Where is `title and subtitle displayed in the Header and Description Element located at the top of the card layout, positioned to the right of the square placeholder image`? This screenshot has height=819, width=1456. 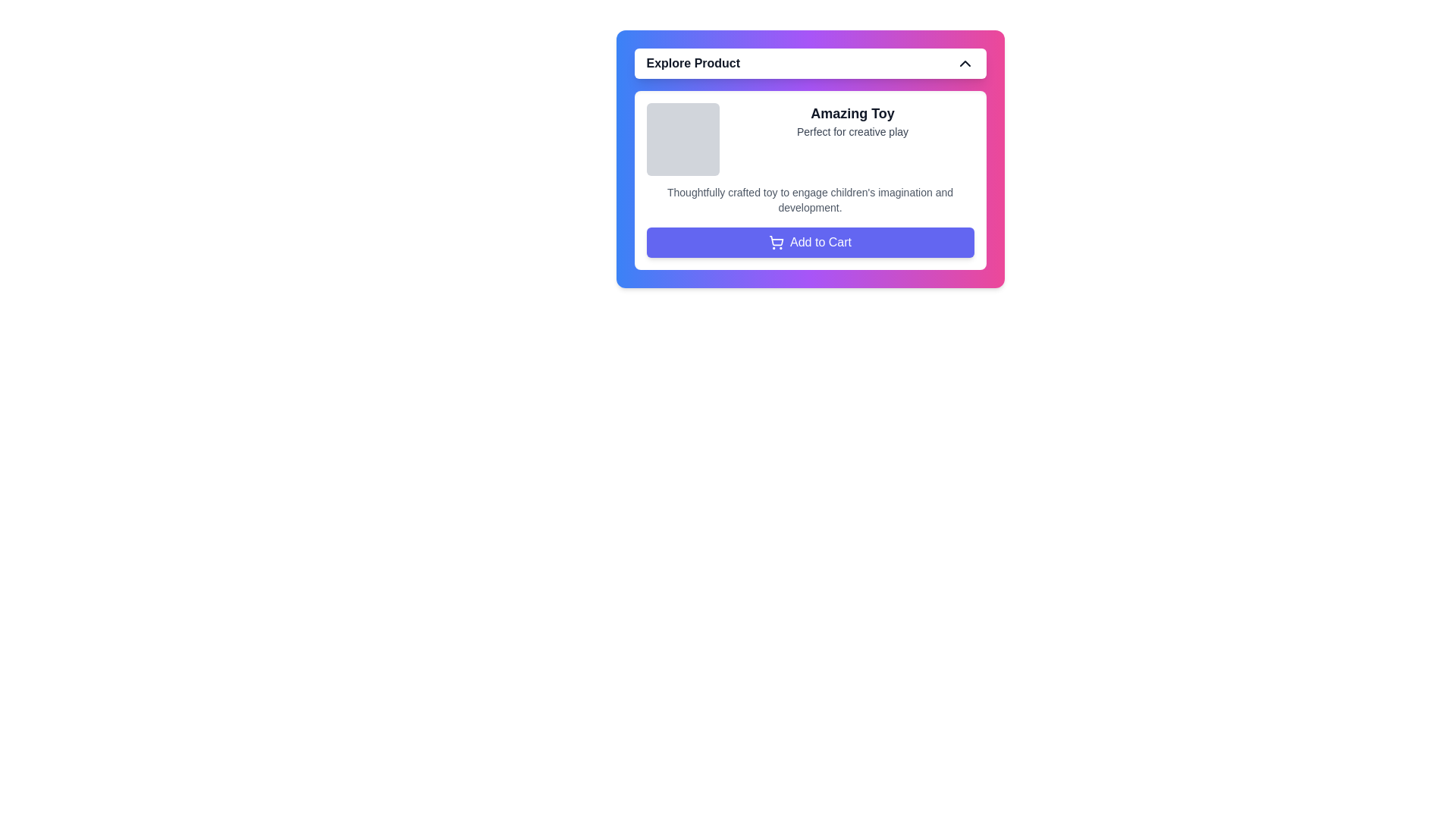
title and subtitle displayed in the Header and Description Element located at the top of the card layout, positioned to the right of the square placeholder image is located at coordinates (809, 140).